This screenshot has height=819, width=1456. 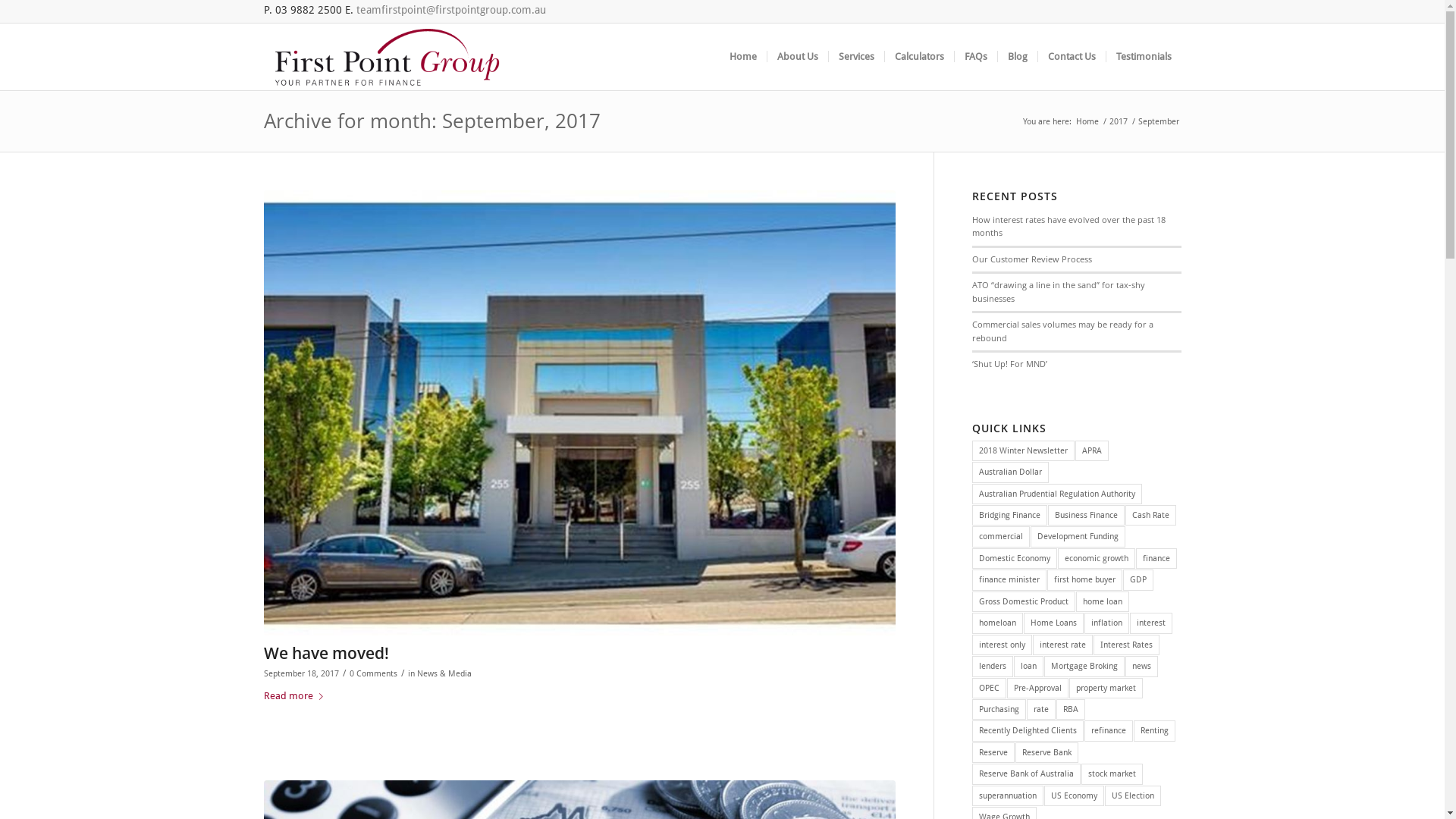 What do you see at coordinates (1093, 645) in the screenshot?
I see `'Interest Rates'` at bounding box center [1093, 645].